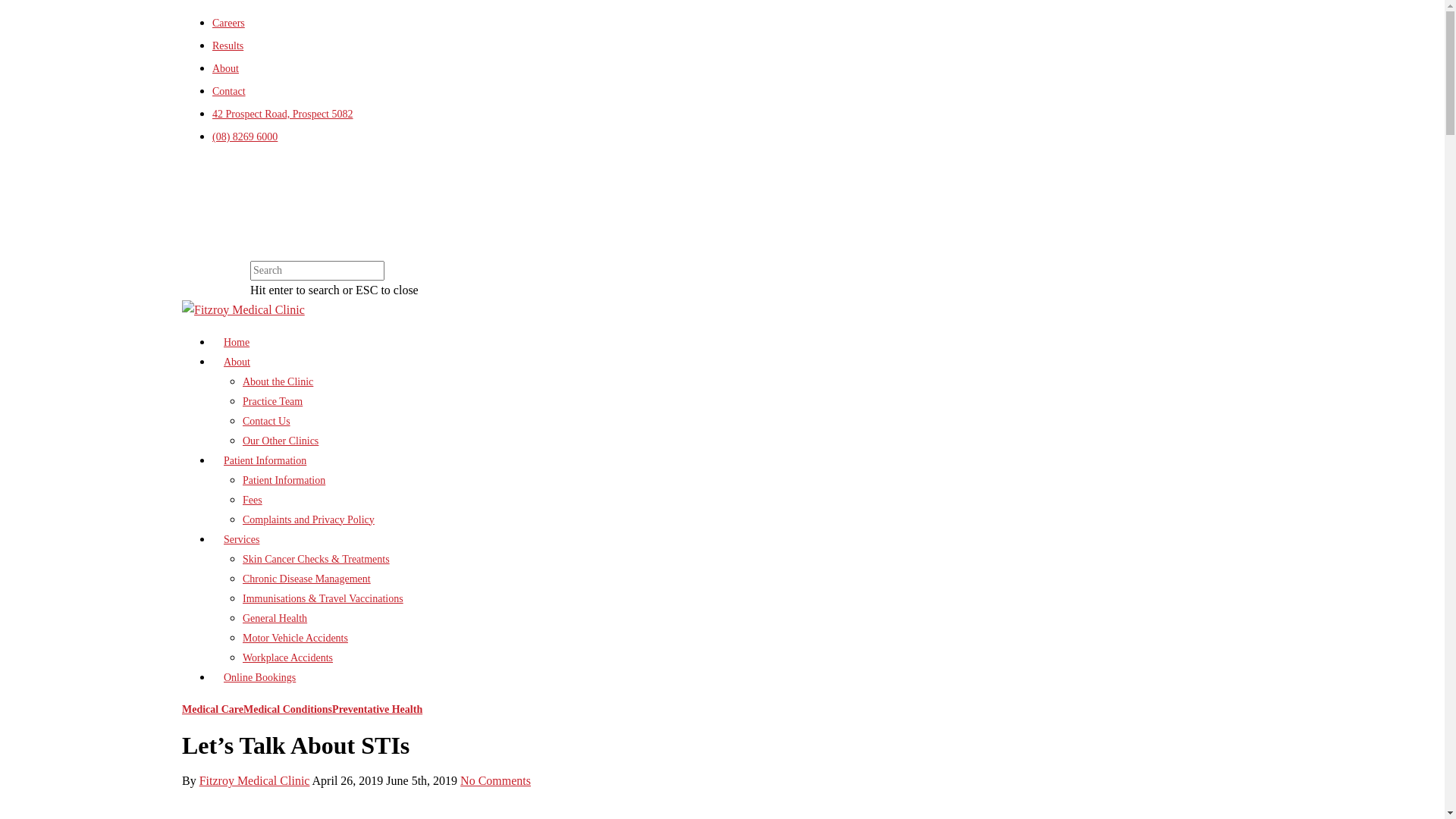  I want to click on 'Practice Team', so click(272, 400).